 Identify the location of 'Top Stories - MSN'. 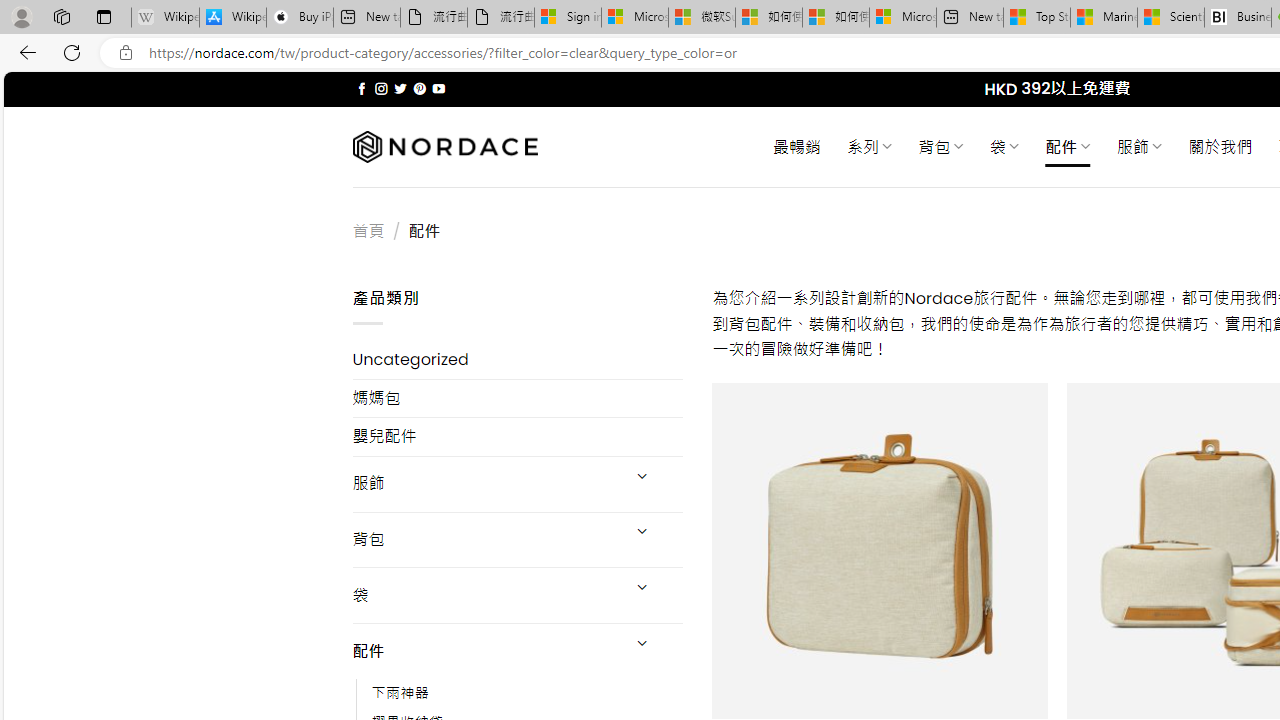
(1036, 17).